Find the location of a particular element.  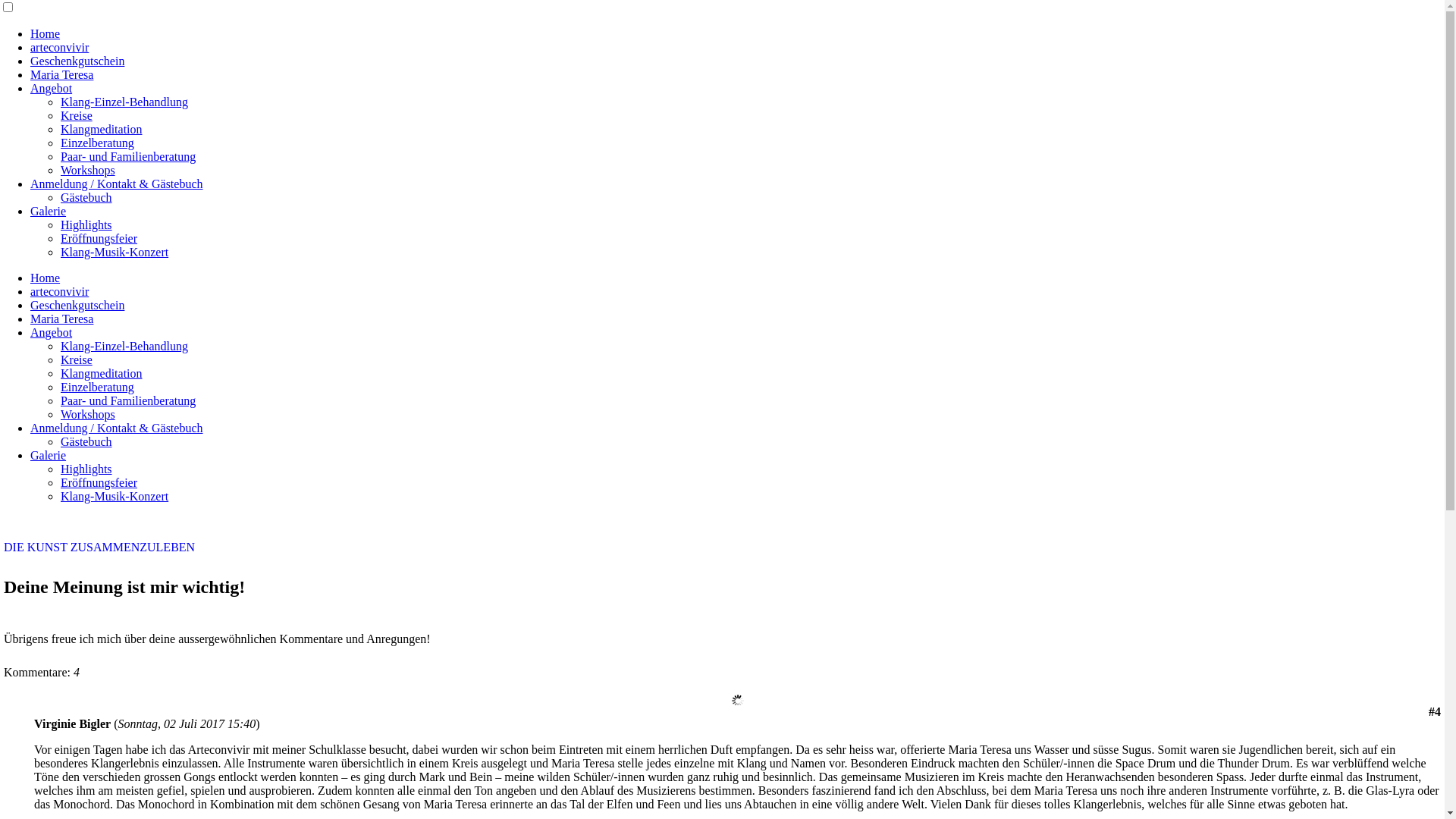

'Galerie' is located at coordinates (30, 454).